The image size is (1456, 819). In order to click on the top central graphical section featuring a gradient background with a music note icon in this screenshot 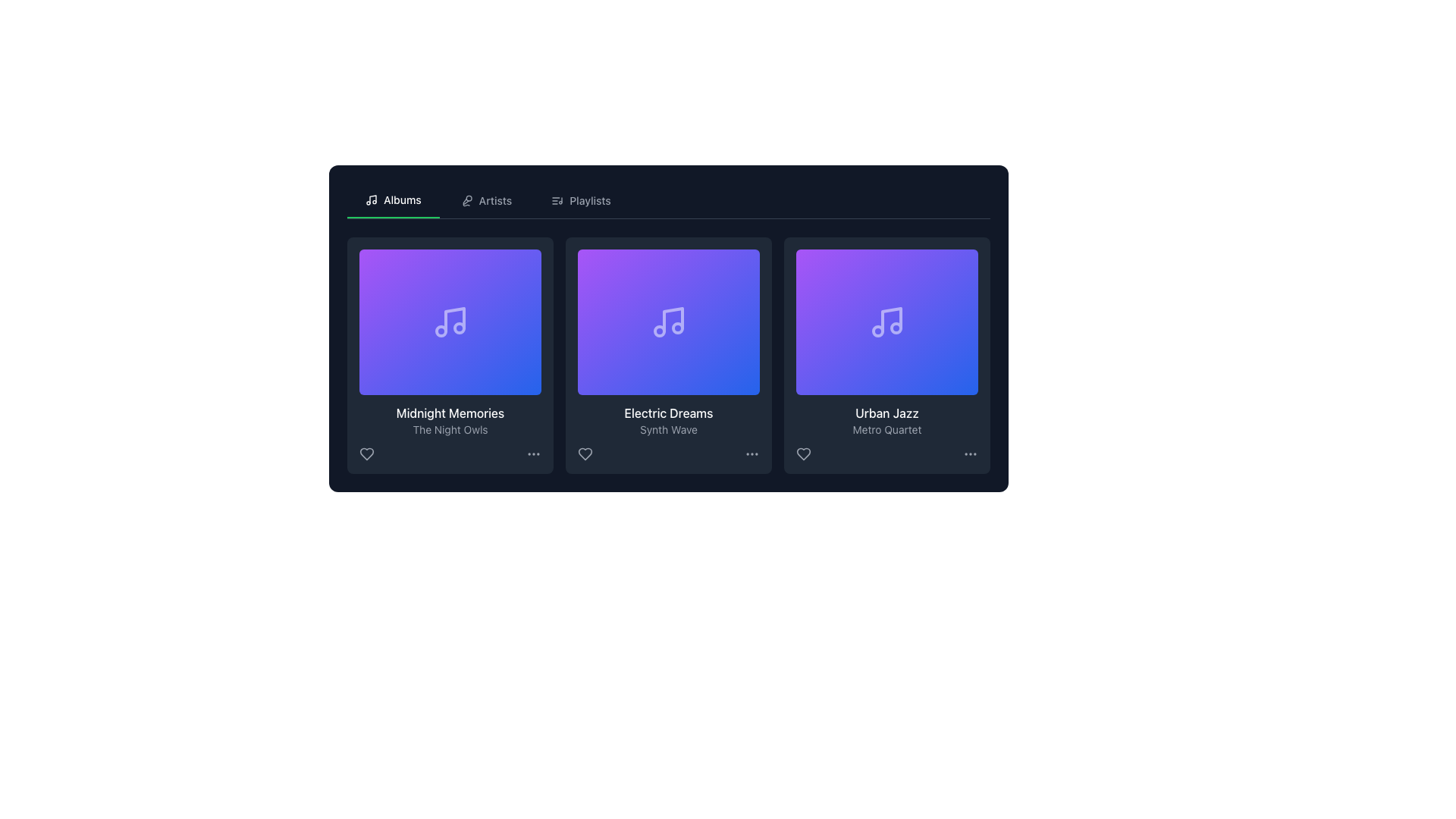, I will do `click(450, 321)`.